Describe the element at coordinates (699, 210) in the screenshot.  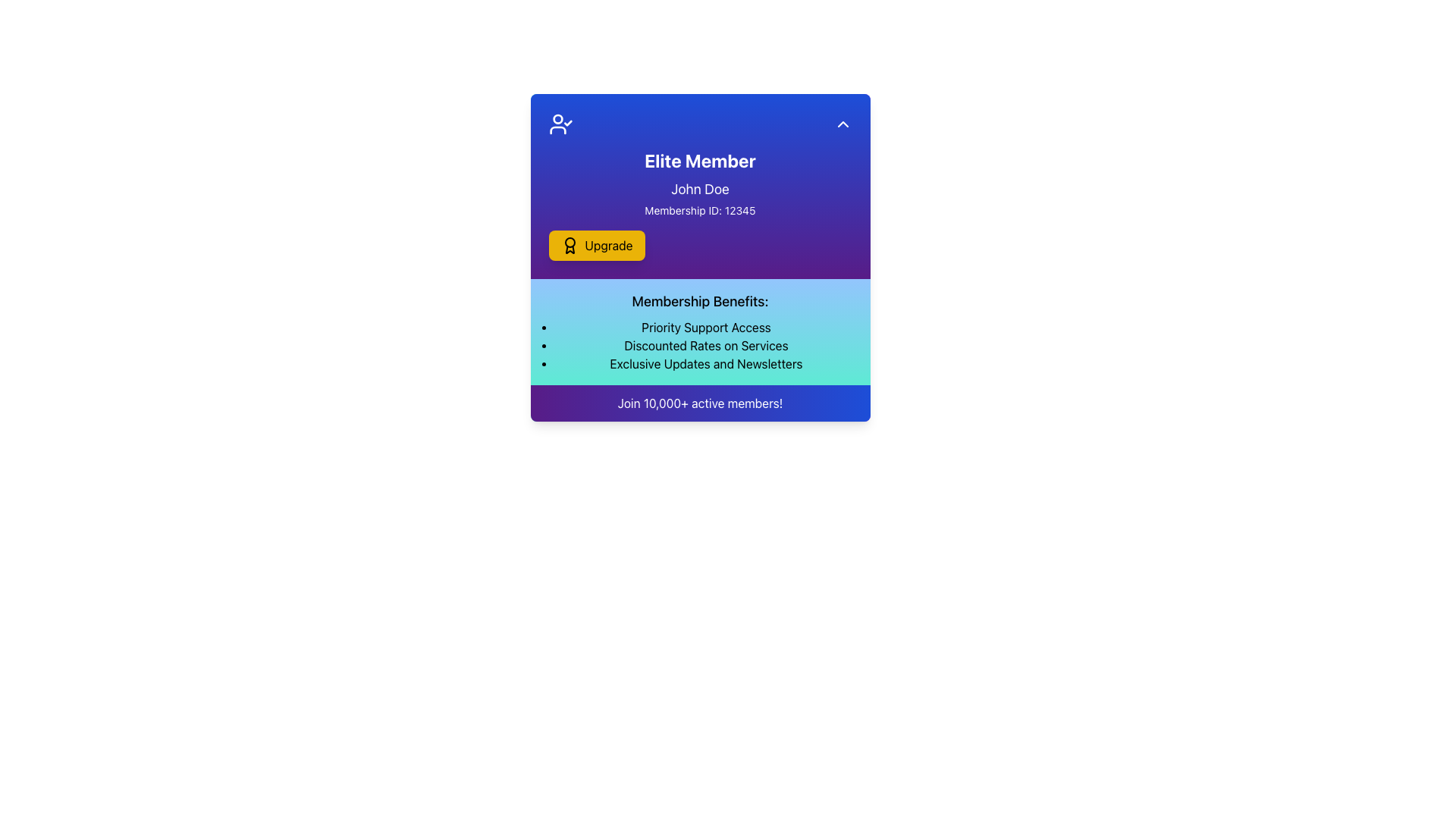
I see `the Text Display element that shows the membership ID associated with the user, located below 'John Doe' and above the 'Upgrade' button` at that location.